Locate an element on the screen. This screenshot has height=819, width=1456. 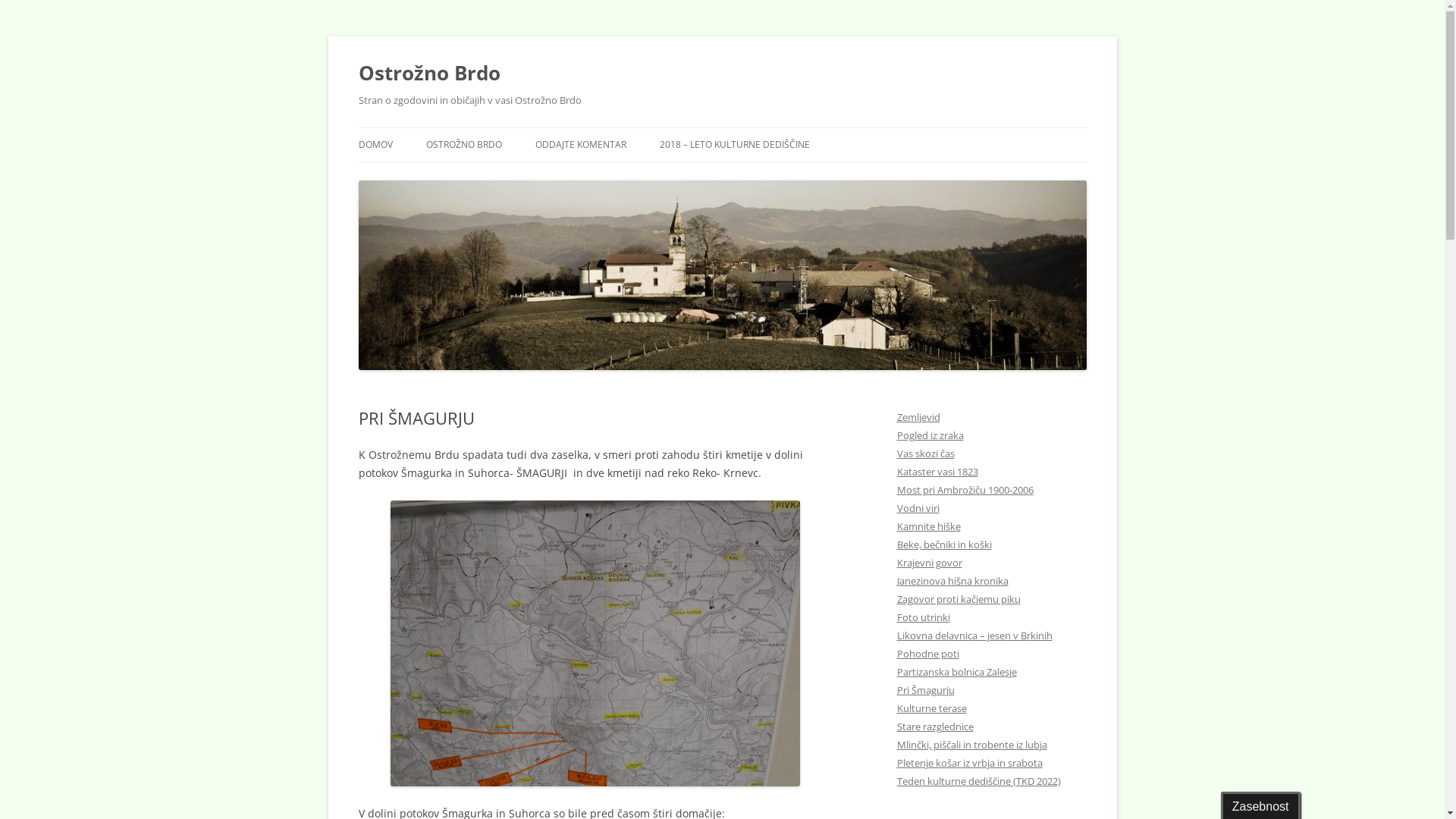
'Kataster vasi 1823' is located at coordinates (936, 470).